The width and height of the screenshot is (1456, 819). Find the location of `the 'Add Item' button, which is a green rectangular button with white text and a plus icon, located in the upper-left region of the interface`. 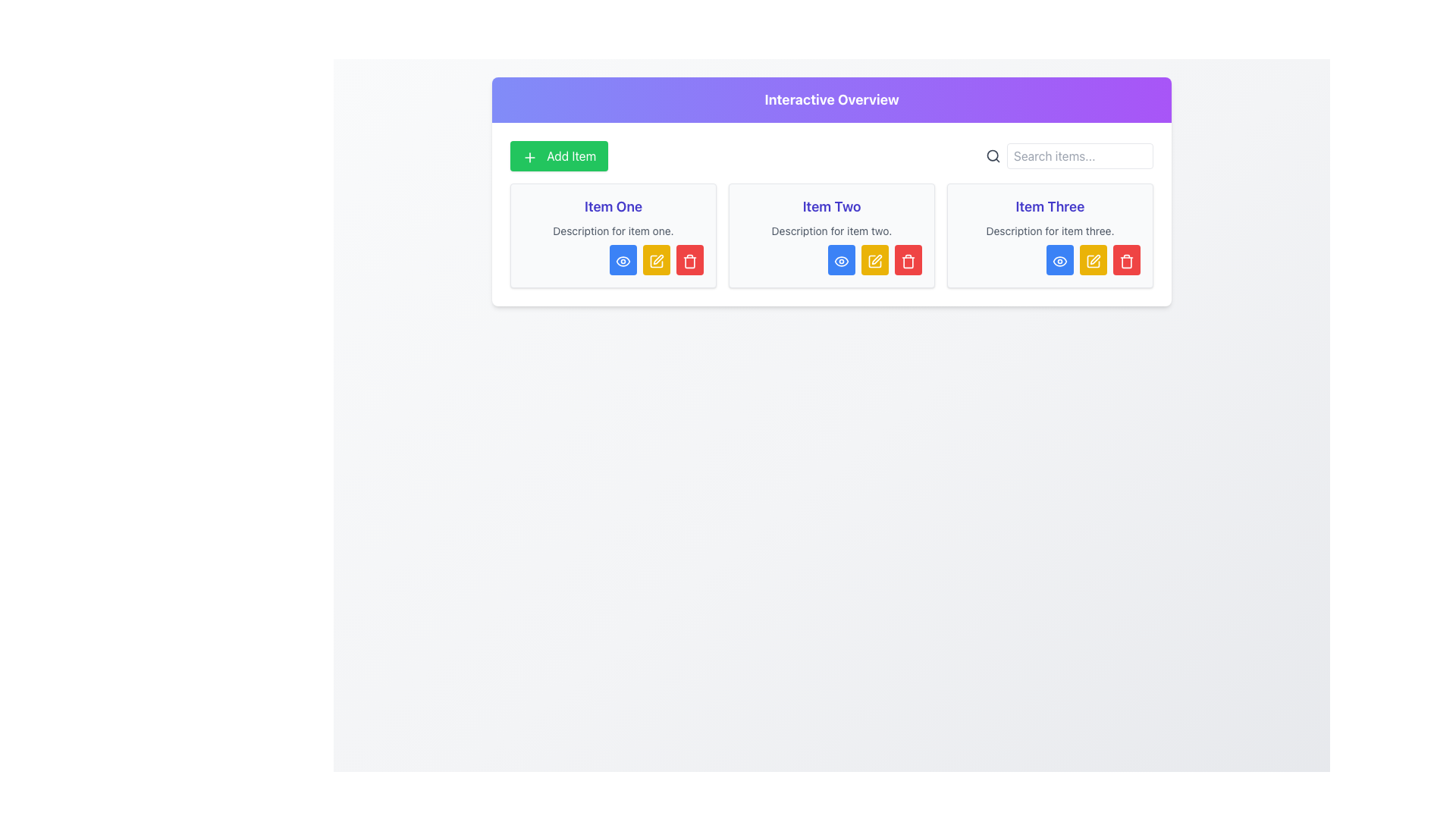

the 'Add Item' button, which is a green rectangular button with white text and a plus icon, located in the upper-left region of the interface is located at coordinates (558, 155).